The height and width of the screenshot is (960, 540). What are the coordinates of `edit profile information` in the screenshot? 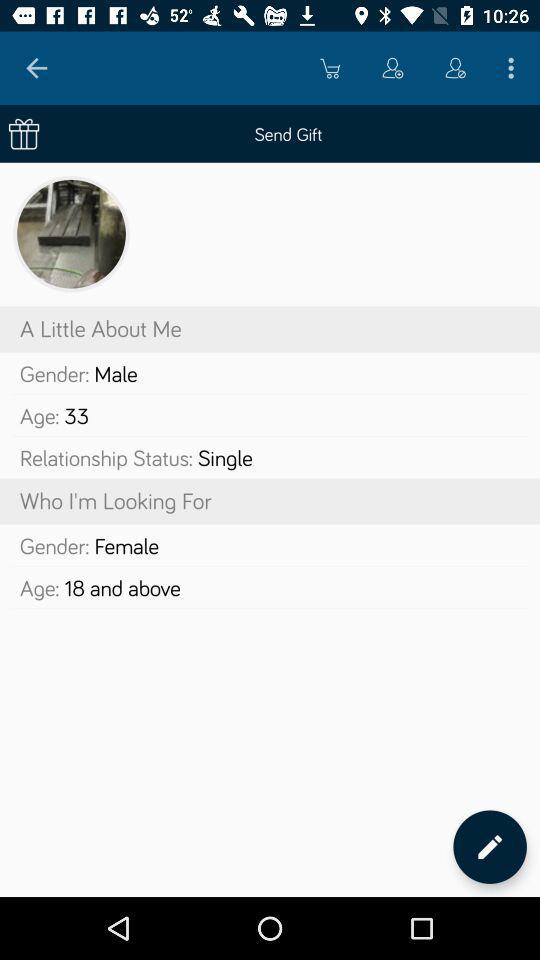 It's located at (489, 846).